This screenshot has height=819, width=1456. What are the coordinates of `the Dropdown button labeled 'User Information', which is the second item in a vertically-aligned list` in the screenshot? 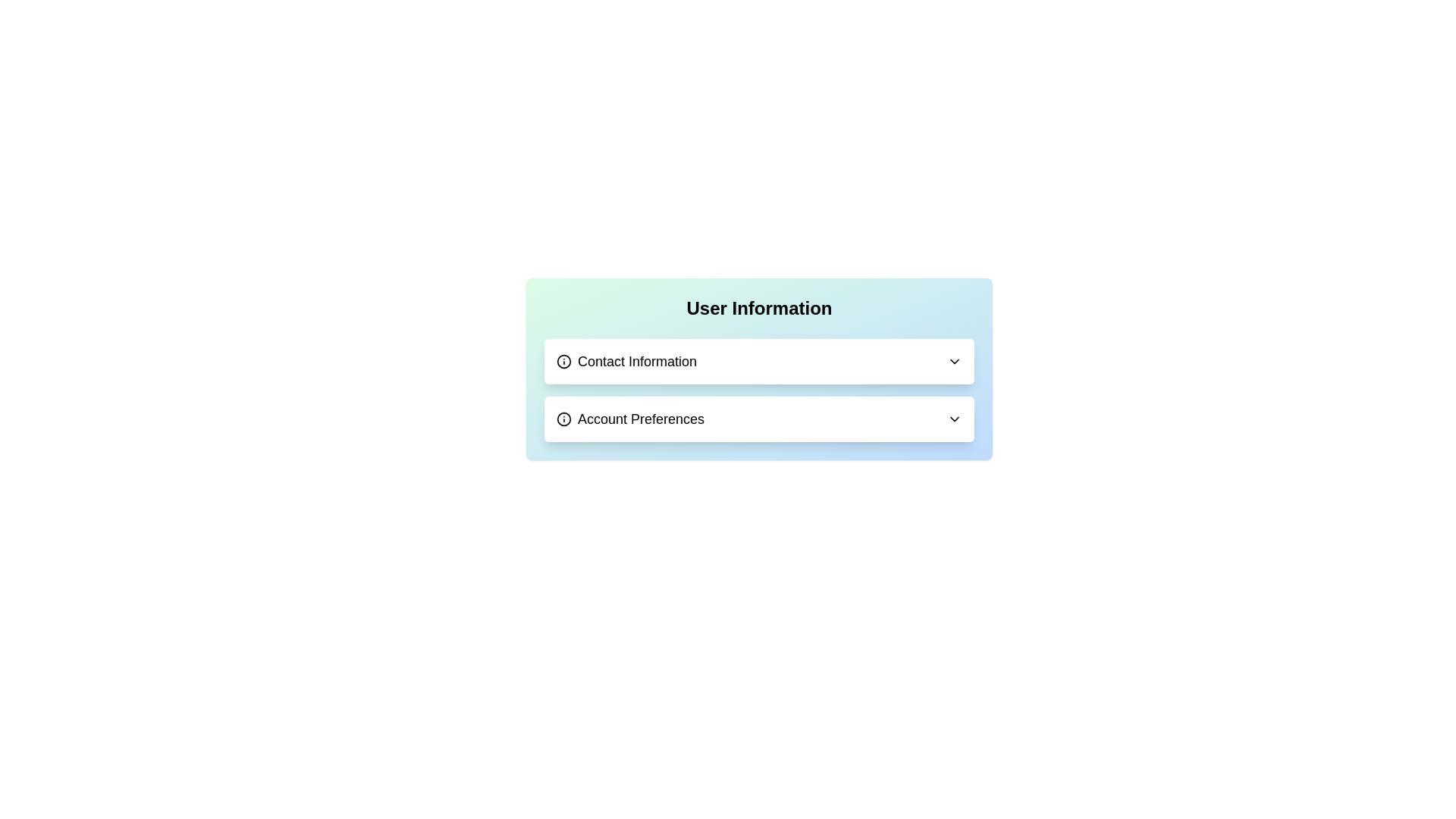 It's located at (759, 419).